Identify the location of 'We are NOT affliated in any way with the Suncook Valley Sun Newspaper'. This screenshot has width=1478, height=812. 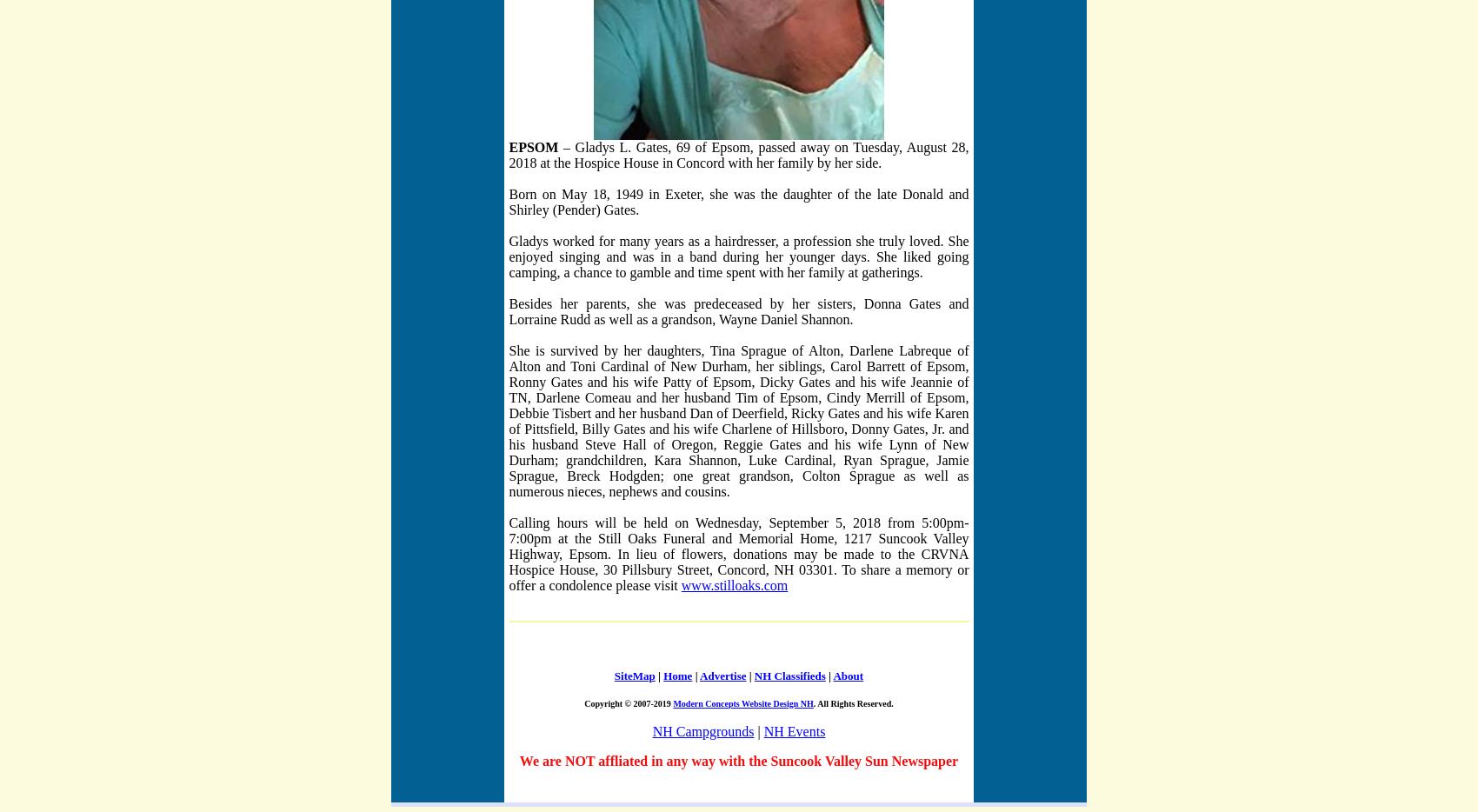
(518, 759).